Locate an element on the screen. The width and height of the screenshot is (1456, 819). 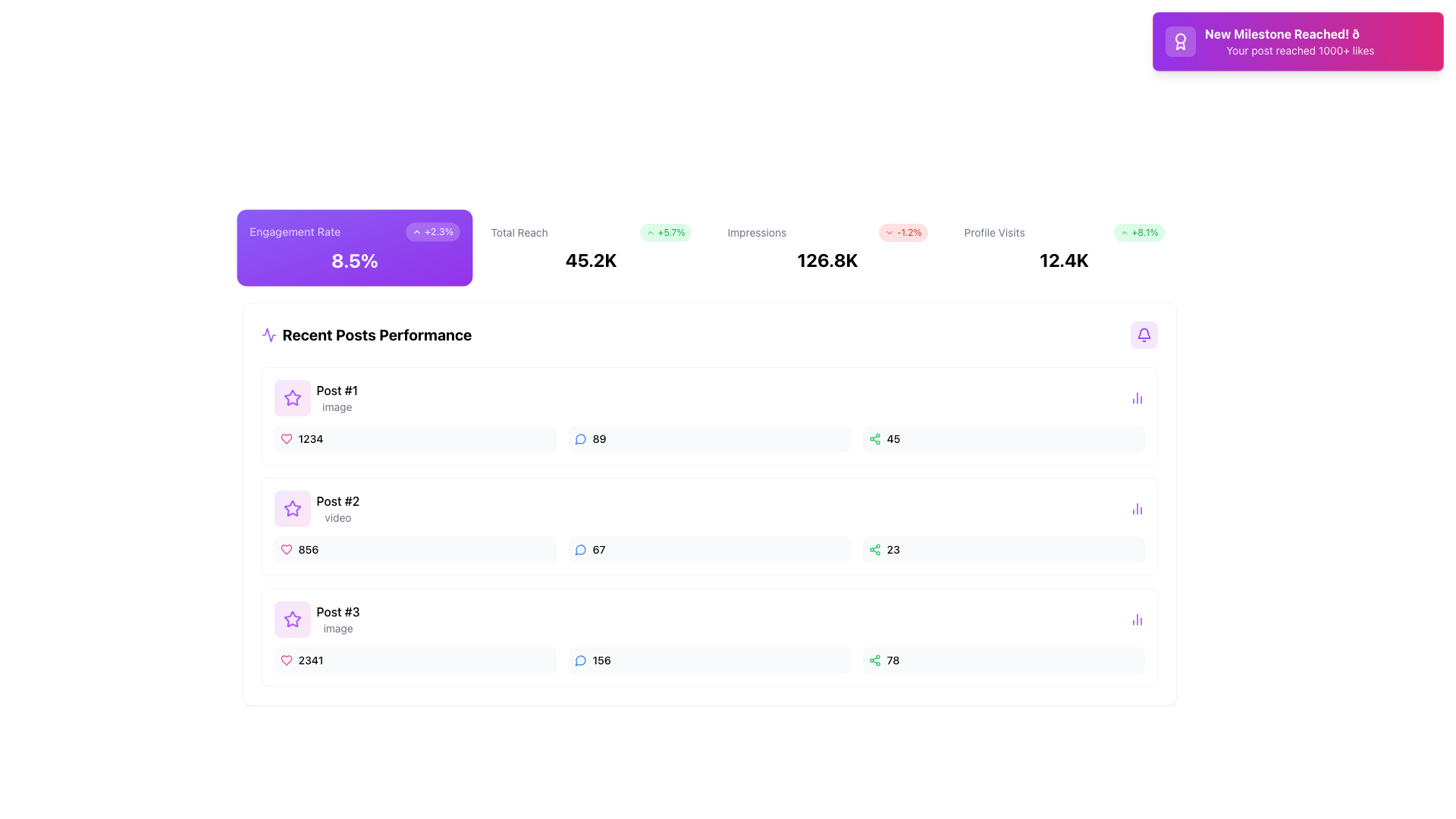
the Content summary card displaying 'Post #3' with the descriptor 'image' in the 'Recent Posts Performance' section is located at coordinates (708, 620).